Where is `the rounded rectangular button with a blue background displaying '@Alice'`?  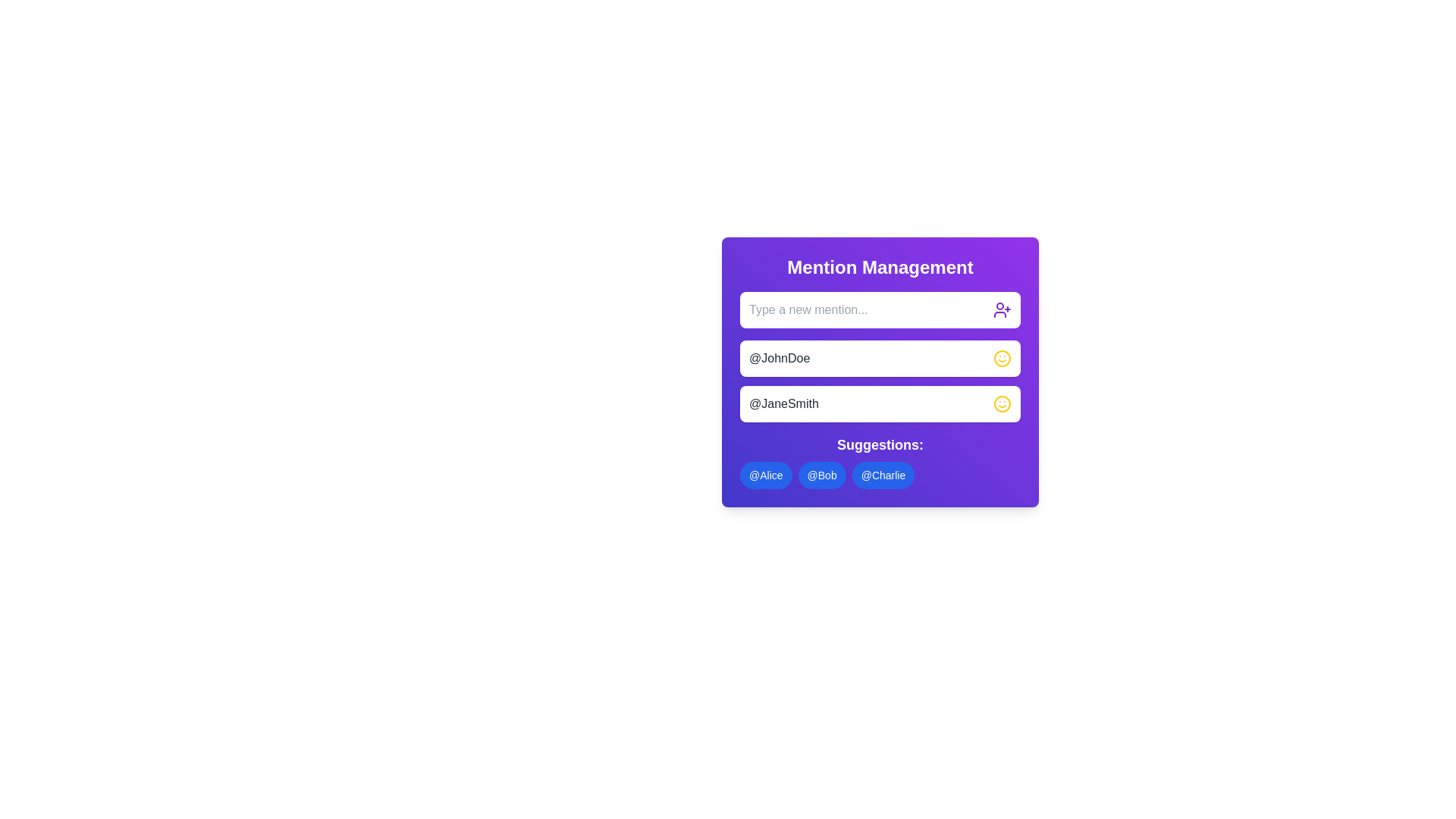
the rounded rectangular button with a blue background displaying '@Alice' is located at coordinates (766, 475).